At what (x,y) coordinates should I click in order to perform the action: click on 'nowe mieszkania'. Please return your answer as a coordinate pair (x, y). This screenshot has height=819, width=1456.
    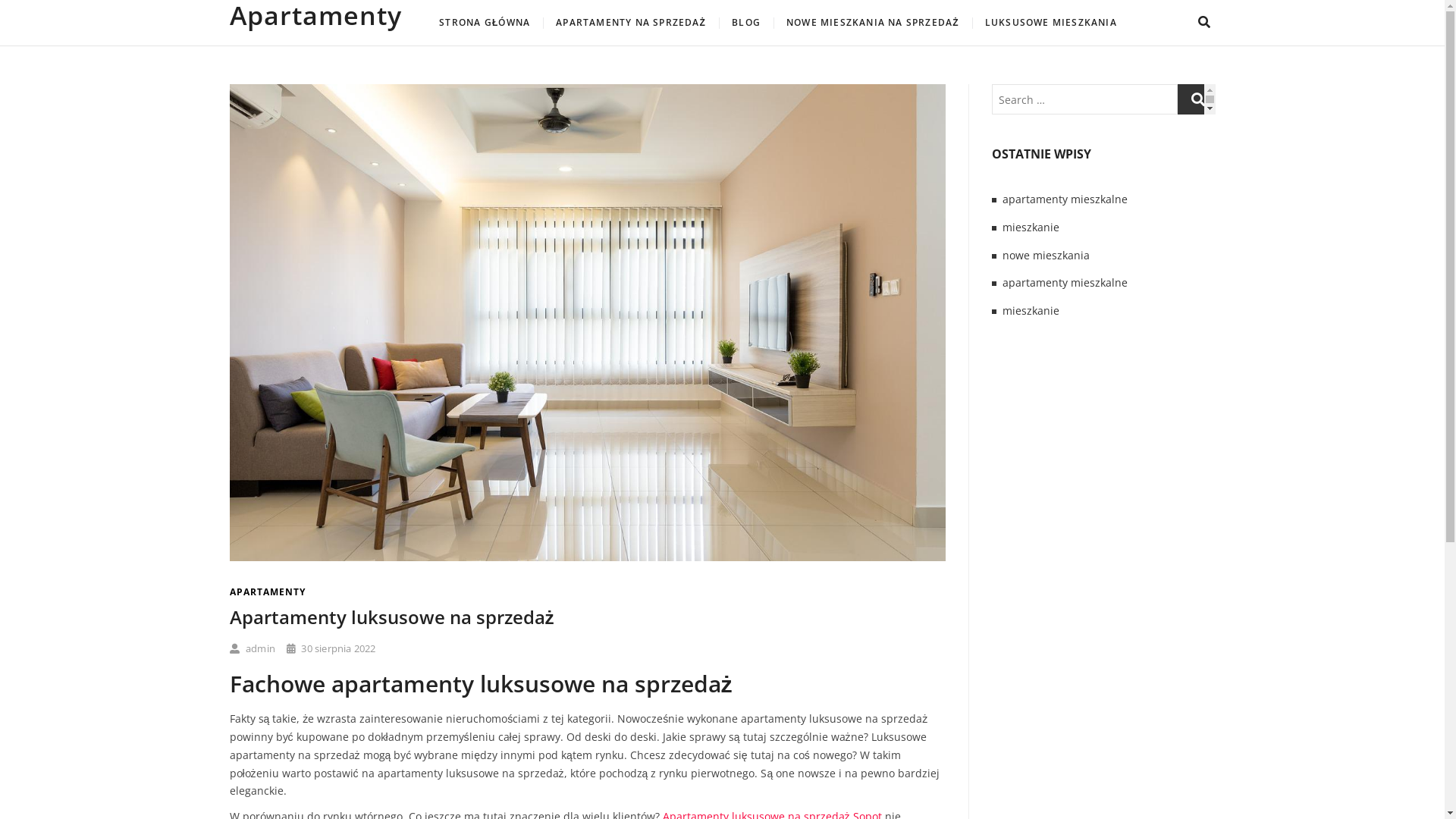
    Looking at the image, I should click on (1045, 254).